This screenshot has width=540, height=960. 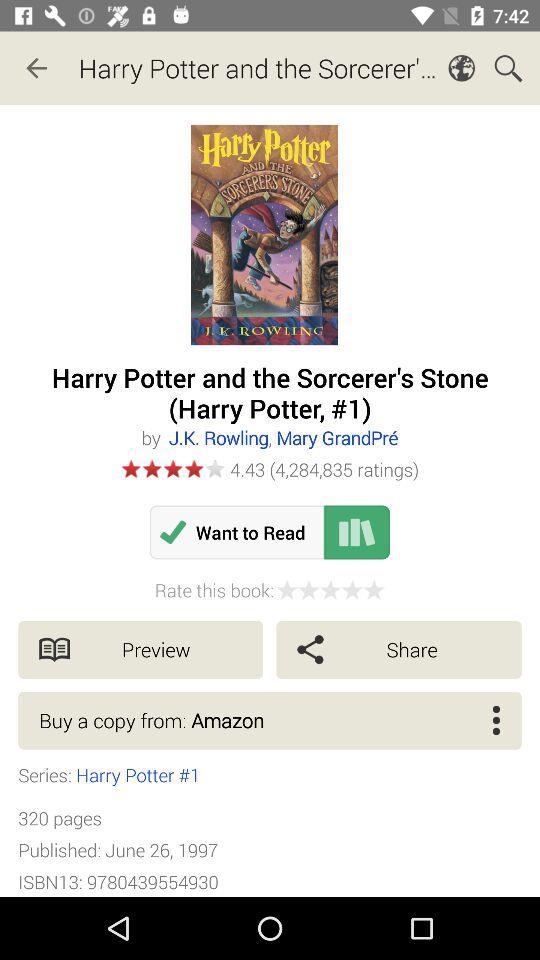 I want to click on the icon to the left of the harry potter and icon, so click(x=36, y=68).